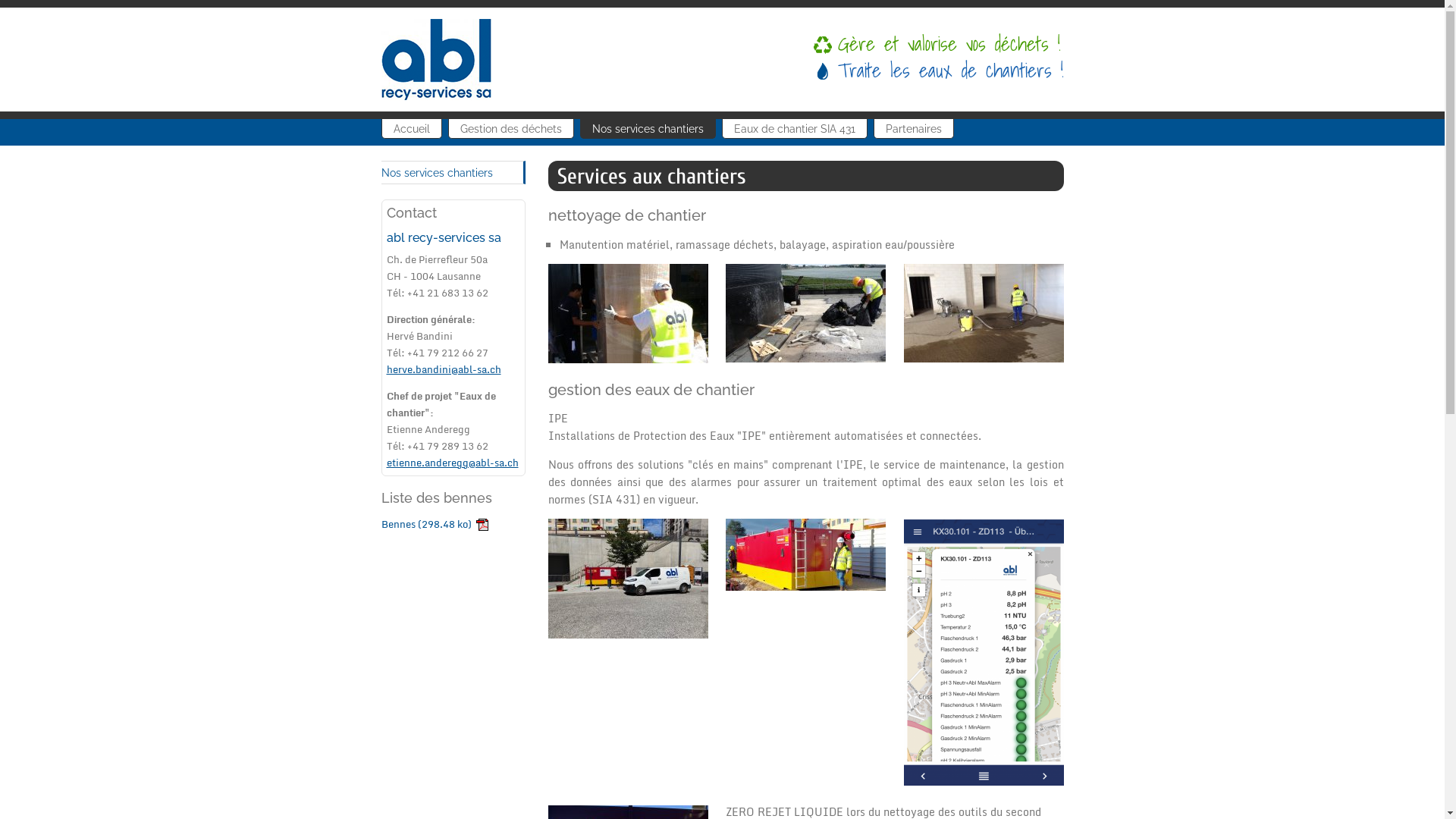  What do you see at coordinates (451, 171) in the screenshot?
I see `'Nos services chantiers'` at bounding box center [451, 171].